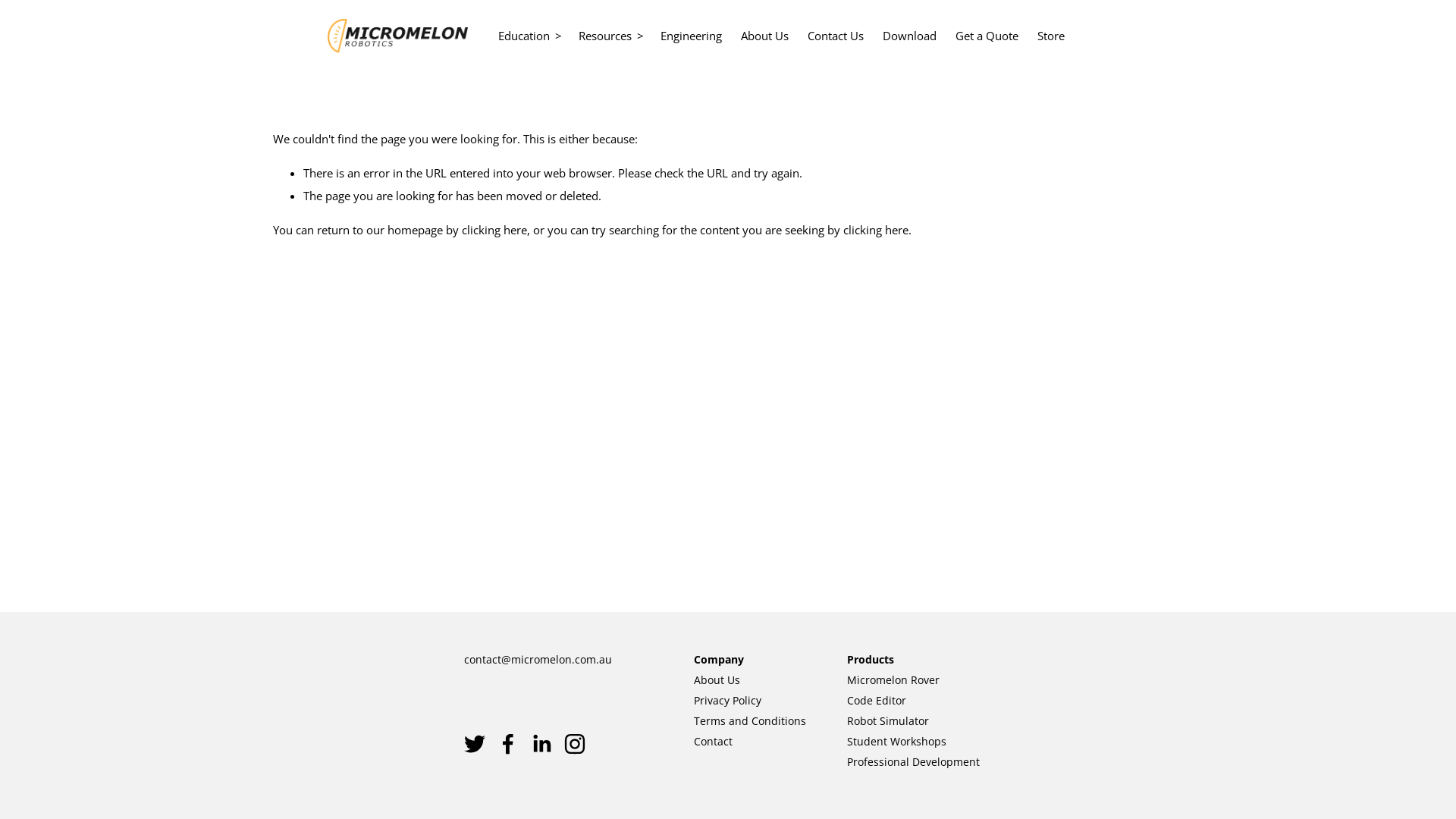 This screenshot has width=1456, height=819. Describe the element at coordinates (876, 230) in the screenshot. I see `'clicking here'` at that location.